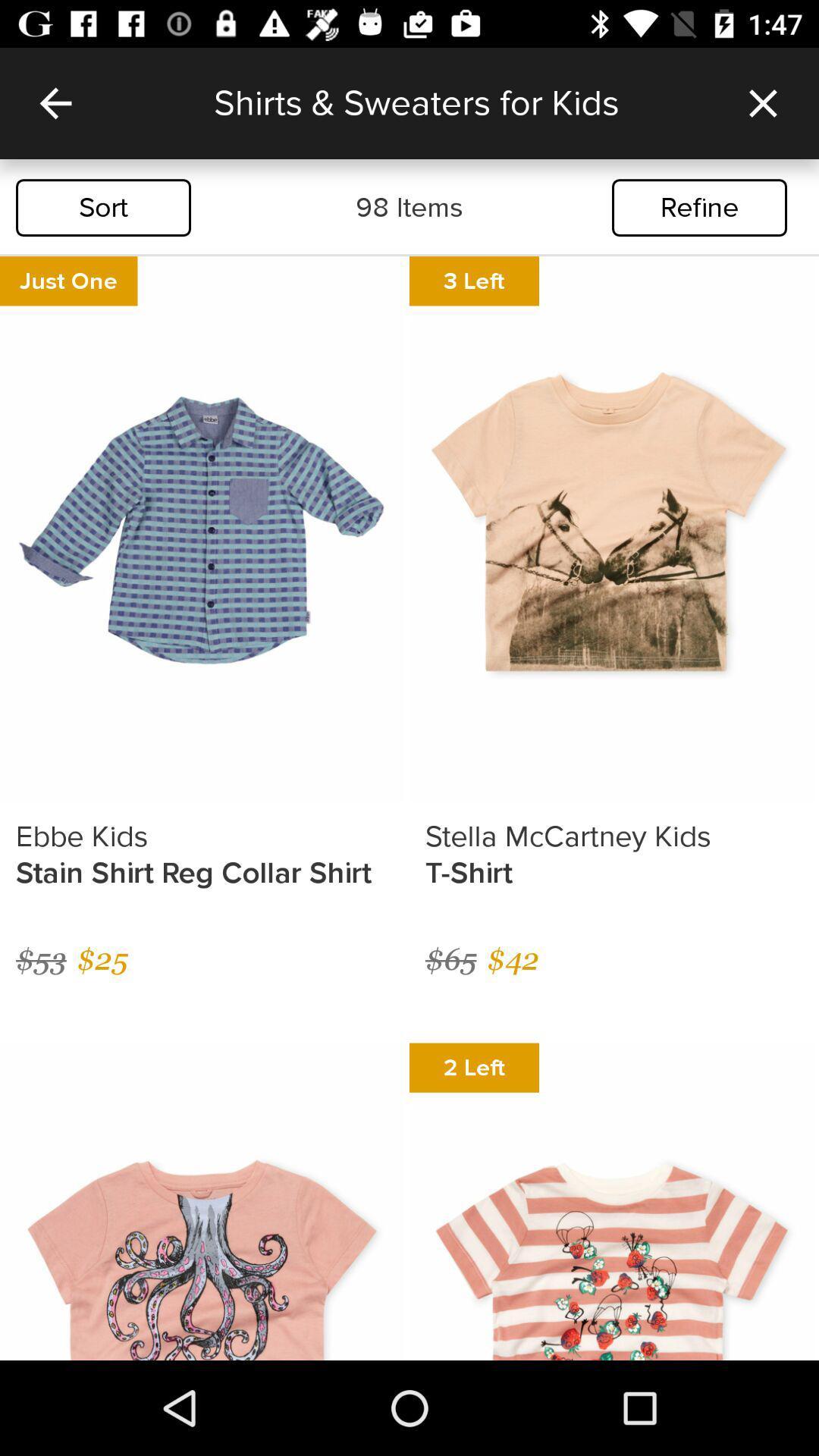  What do you see at coordinates (409, 207) in the screenshot?
I see `the item next to refine icon` at bounding box center [409, 207].